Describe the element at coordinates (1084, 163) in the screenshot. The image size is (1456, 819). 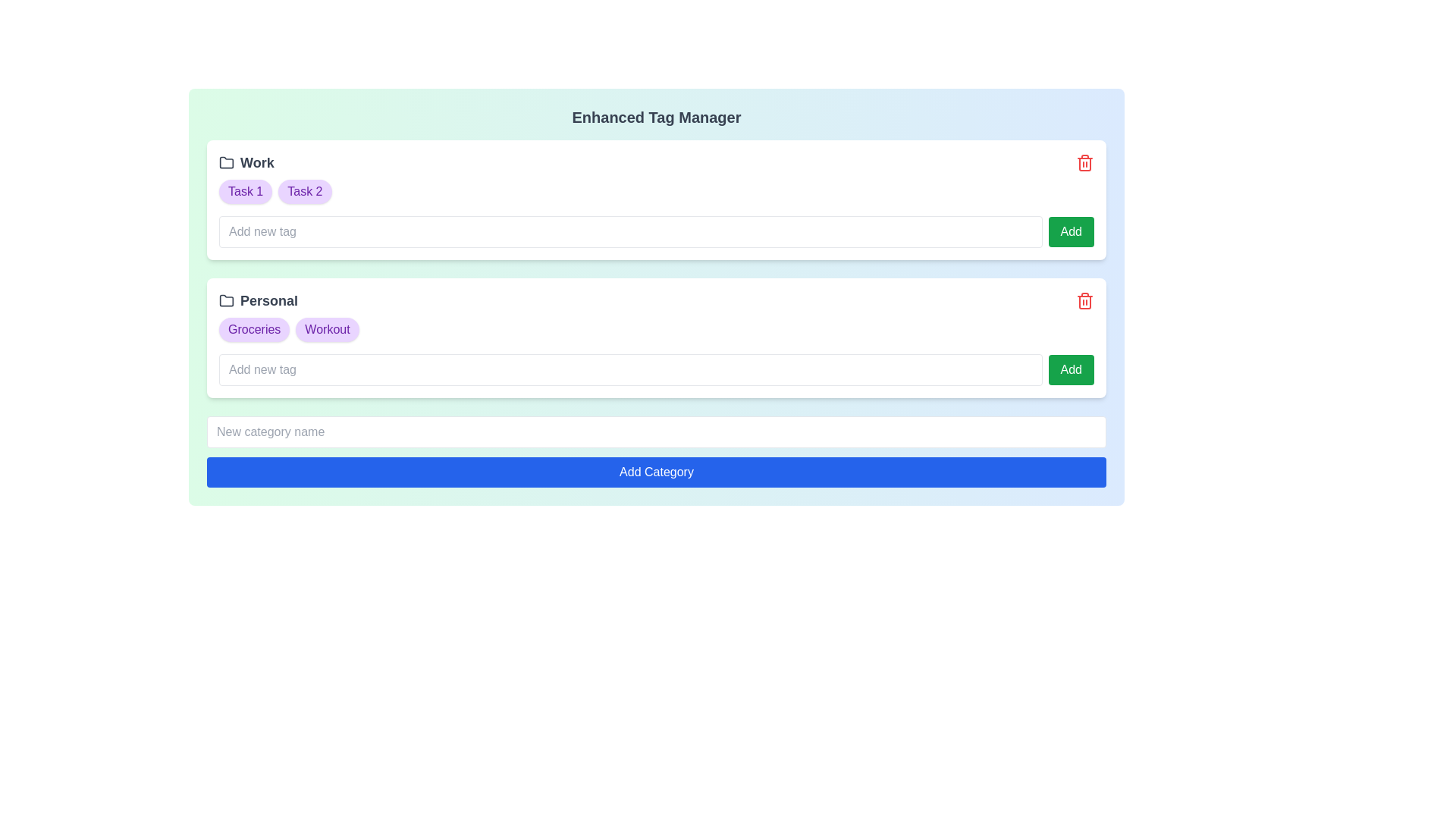
I see `the delete button located to the right of the title 'Work' in the 'Work' group, which is aligned to the top-right corner of this section` at that location.